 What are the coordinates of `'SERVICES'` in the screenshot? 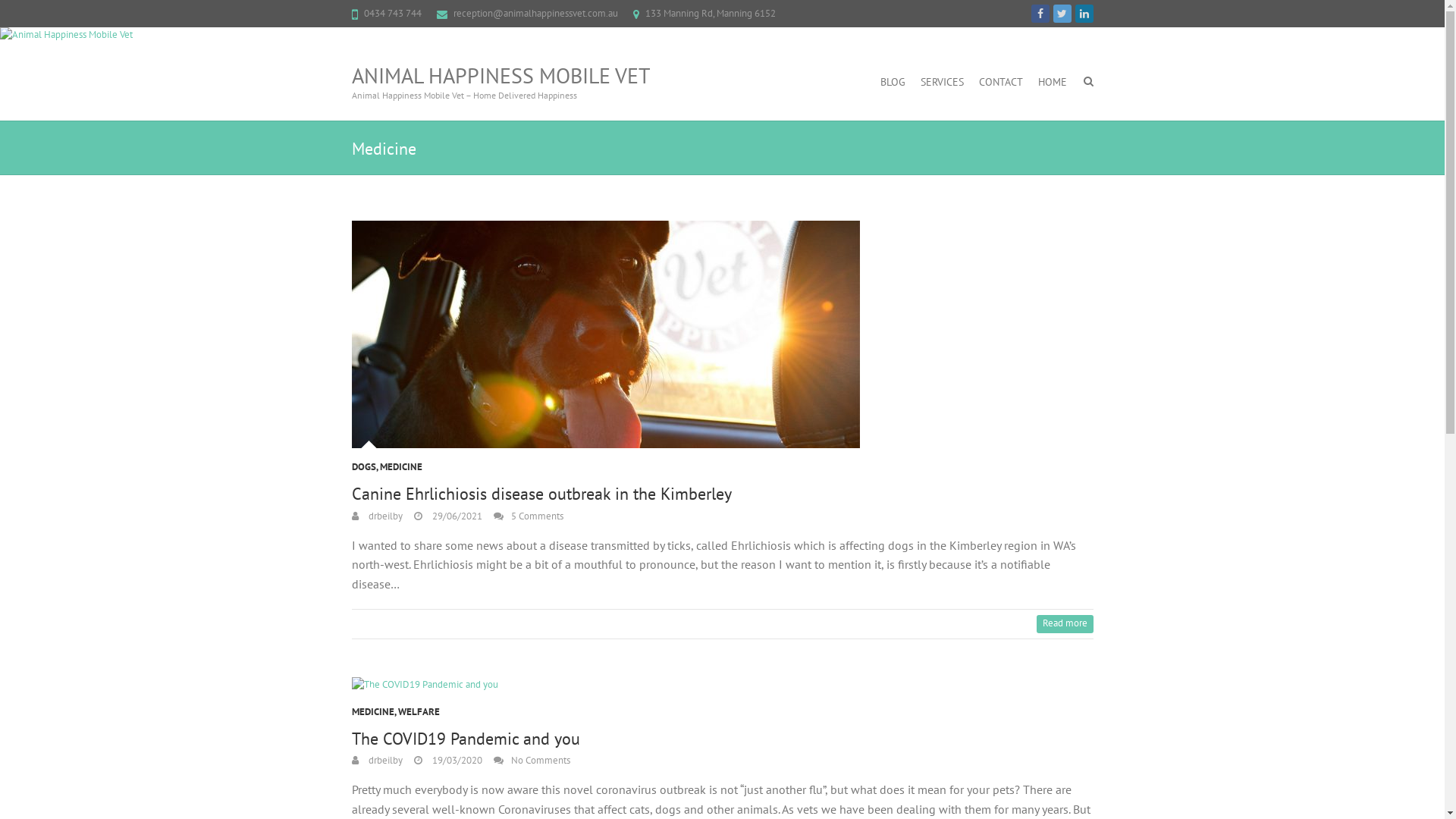 It's located at (941, 82).